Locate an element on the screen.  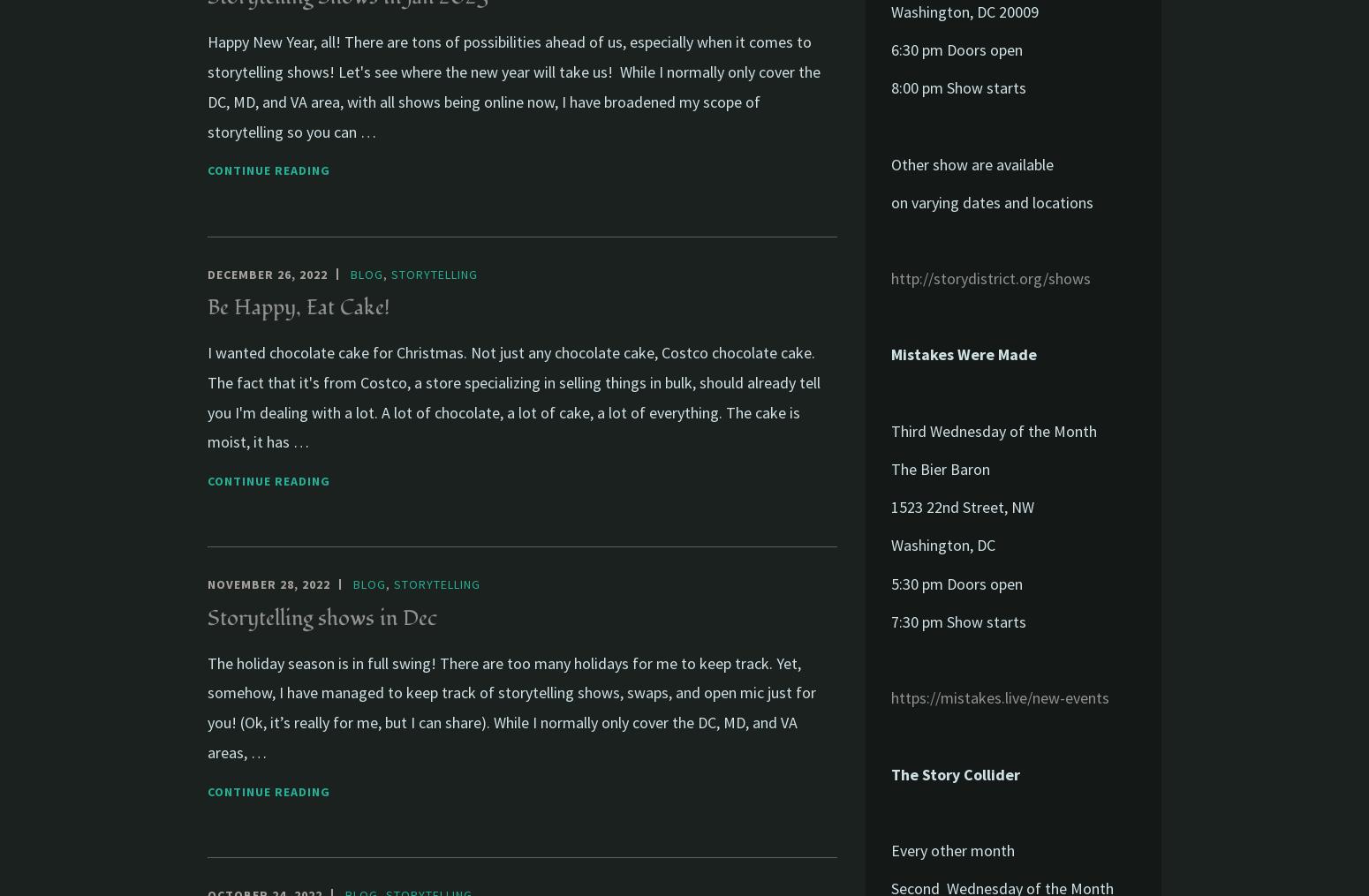
'on varying dates and locations' is located at coordinates (991, 201).